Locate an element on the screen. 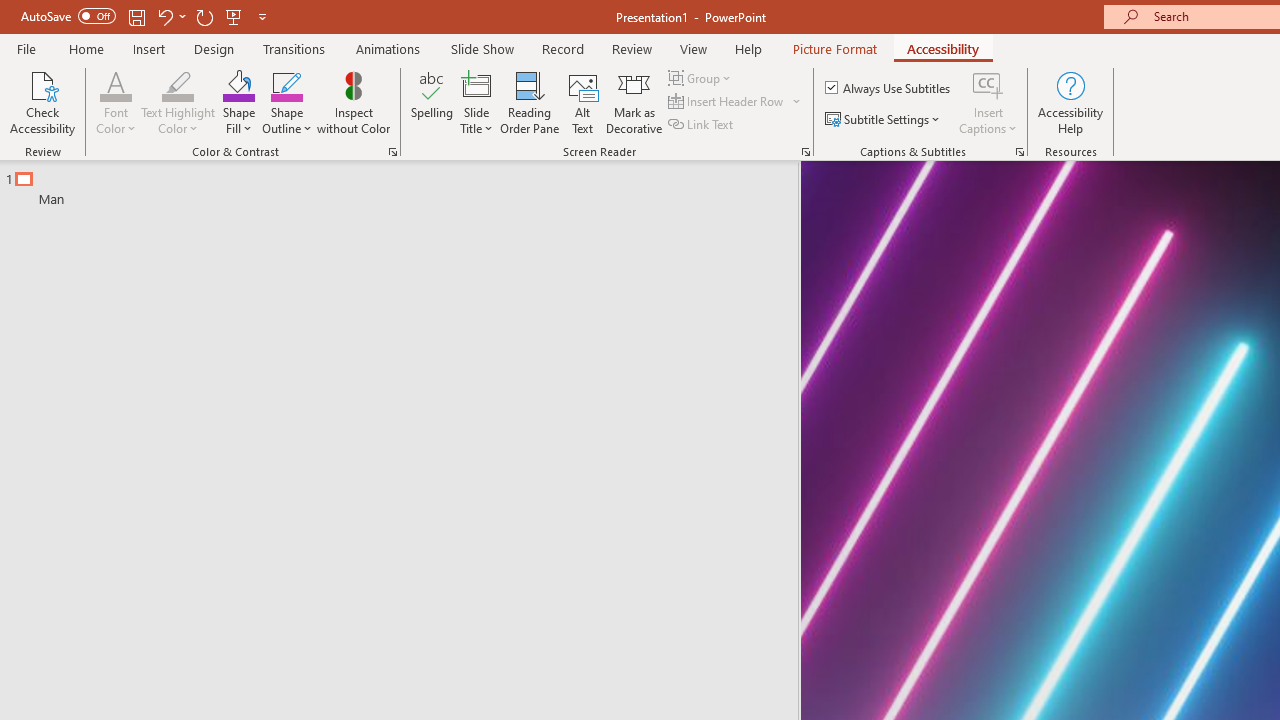 Image resolution: width=1280 pixels, height=720 pixels. 'Screen Reader' is located at coordinates (805, 150).